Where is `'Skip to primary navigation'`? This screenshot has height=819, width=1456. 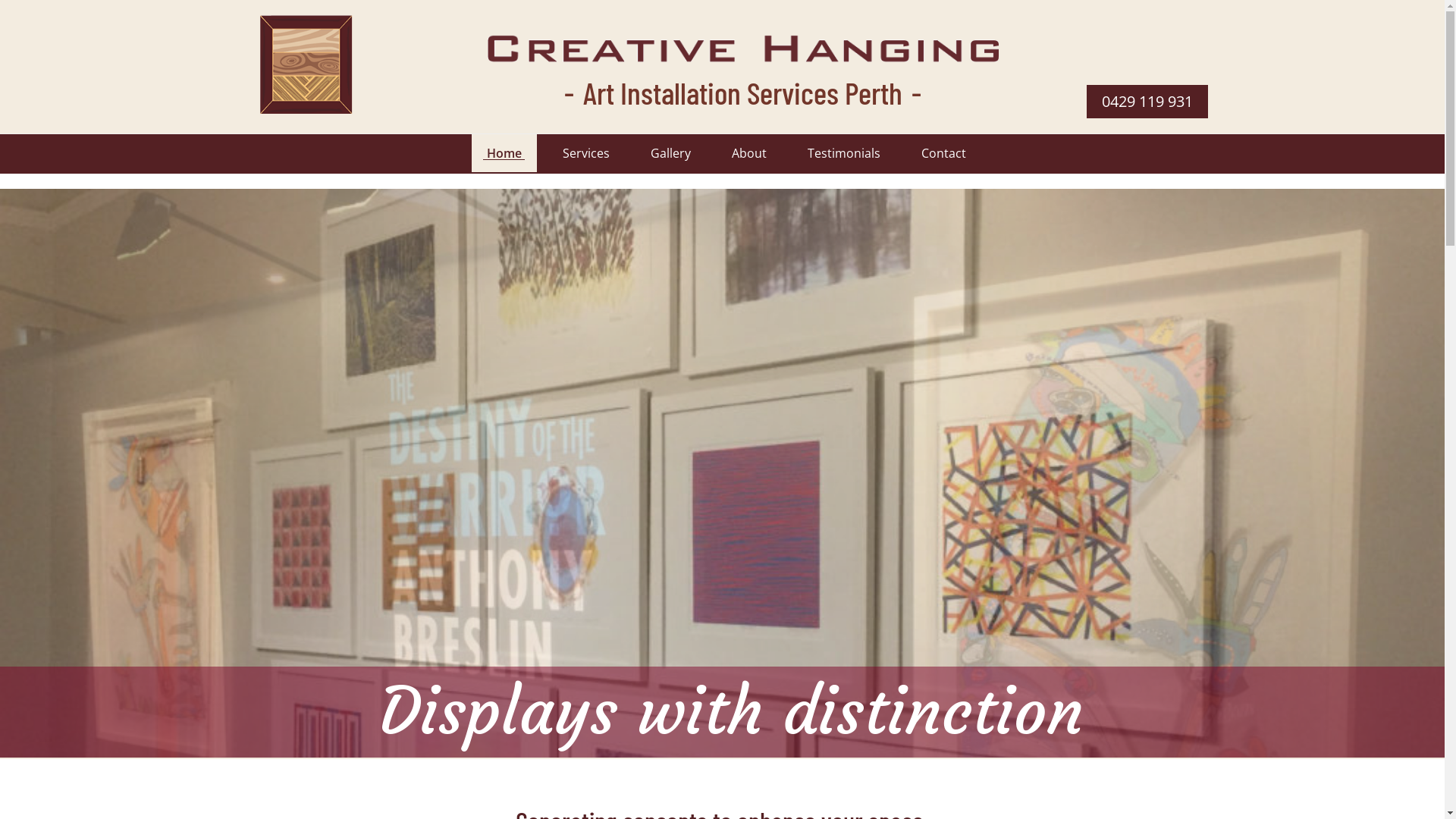
'Skip to primary navigation' is located at coordinates (0, 0).